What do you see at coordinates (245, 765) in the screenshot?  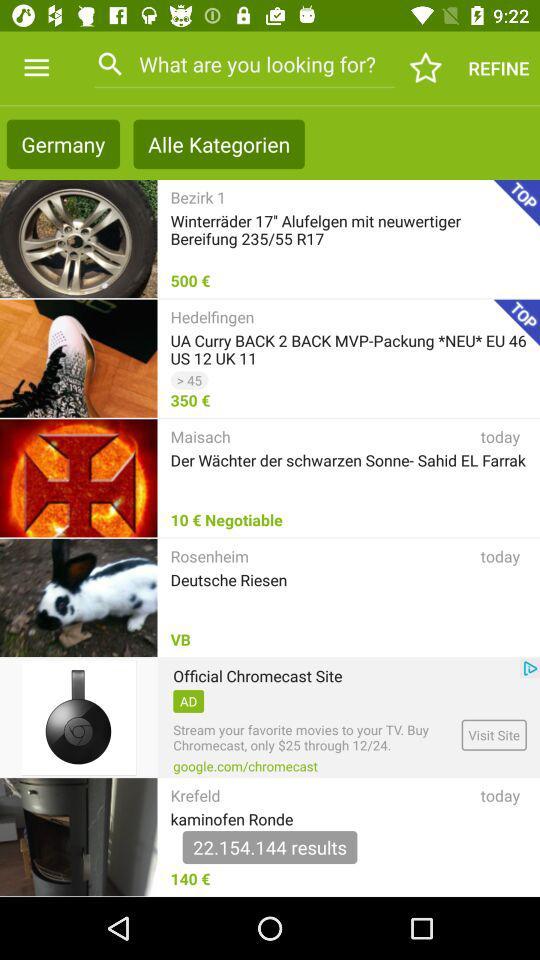 I see `icon next to the visit site` at bounding box center [245, 765].